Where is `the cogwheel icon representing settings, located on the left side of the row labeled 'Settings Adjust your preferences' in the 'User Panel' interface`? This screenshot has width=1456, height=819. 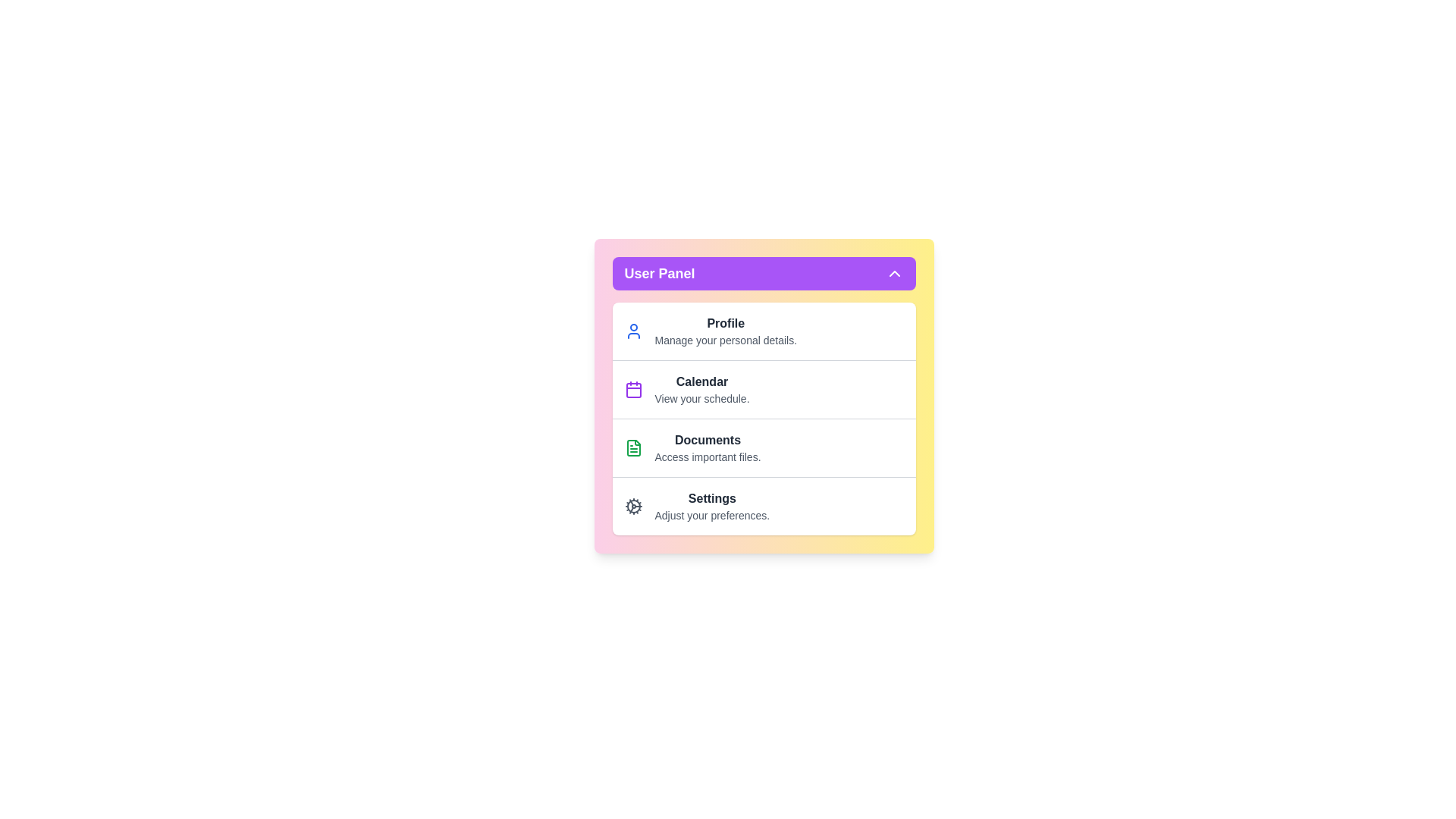 the cogwheel icon representing settings, located on the left side of the row labeled 'Settings Adjust your preferences' in the 'User Panel' interface is located at coordinates (633, 506).